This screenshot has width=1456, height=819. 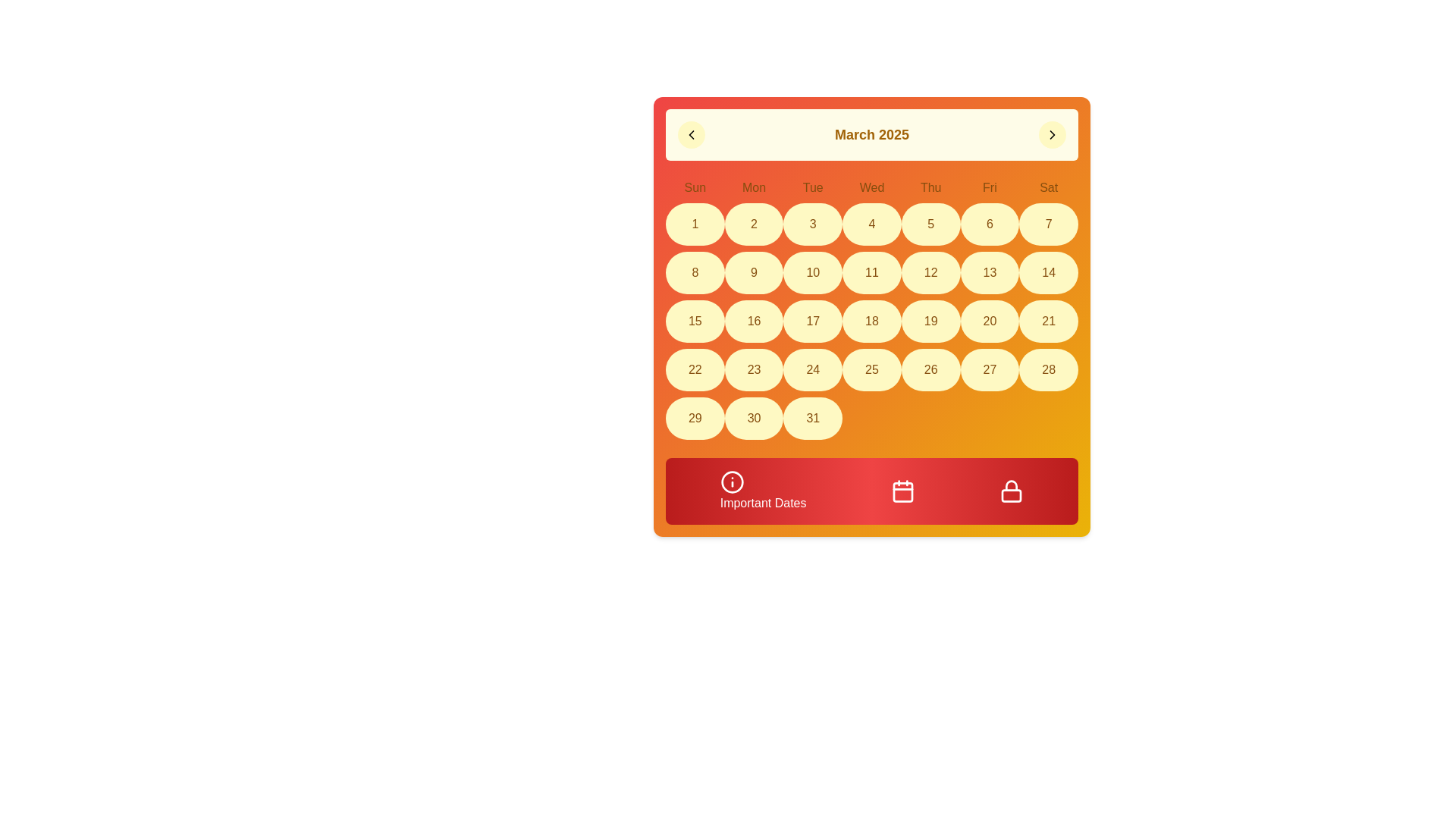 What do you see at coordinates (1048, 224) in the screenshot?
I see `the yellow circular button with the number '7' in its center, located in the calendar grid at 'Saturday, March 7'` at bounding box center [1048, 224].